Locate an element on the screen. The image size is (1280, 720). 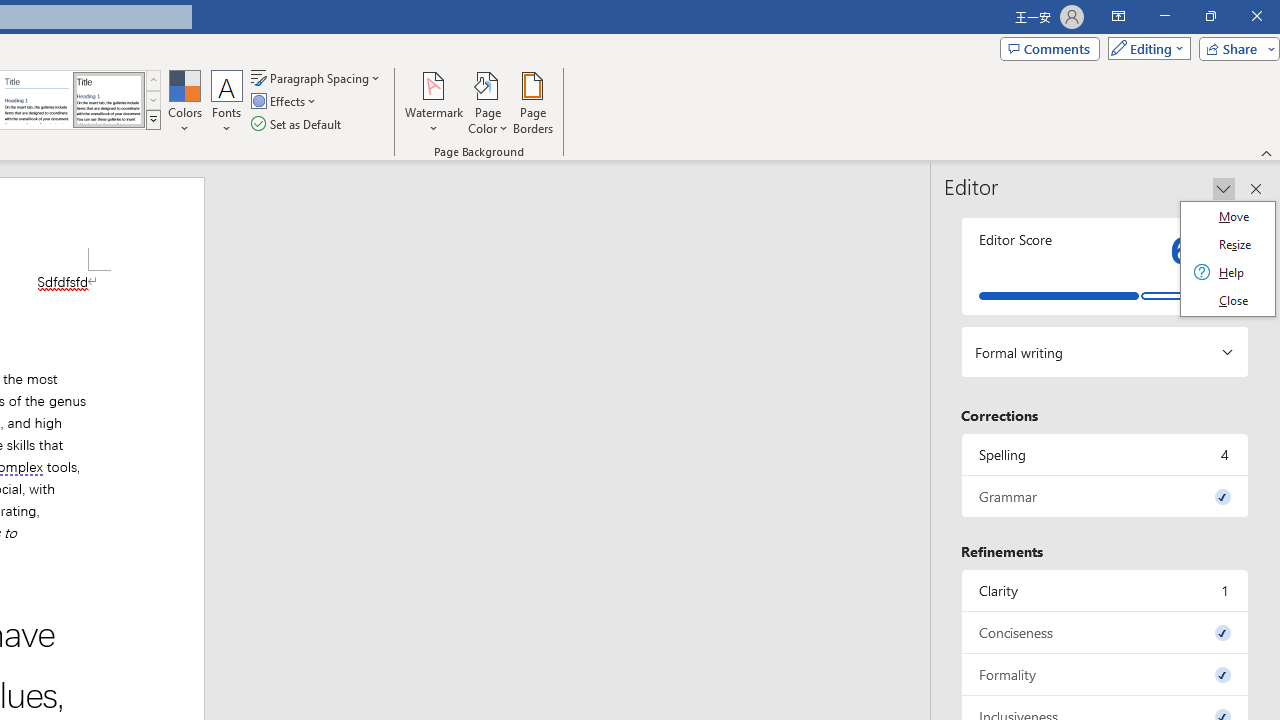
'Watermark' is located at coordinates (433, 103).